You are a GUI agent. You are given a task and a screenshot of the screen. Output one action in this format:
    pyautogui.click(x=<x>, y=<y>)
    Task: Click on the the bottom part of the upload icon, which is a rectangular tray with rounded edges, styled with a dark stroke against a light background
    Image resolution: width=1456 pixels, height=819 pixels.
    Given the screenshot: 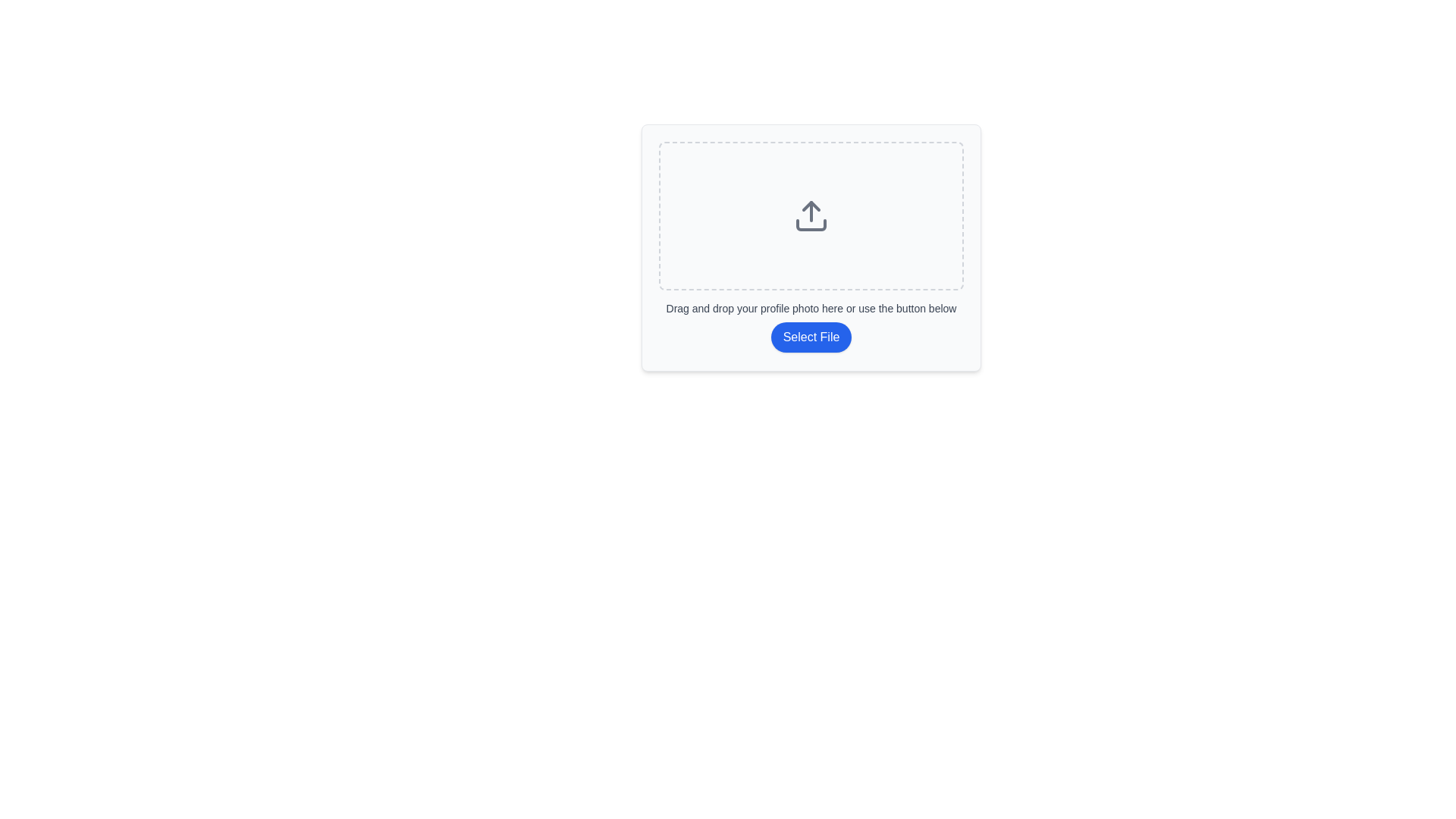 What is the action you would take?
    pyautogui.click(x=811, y=225)
    